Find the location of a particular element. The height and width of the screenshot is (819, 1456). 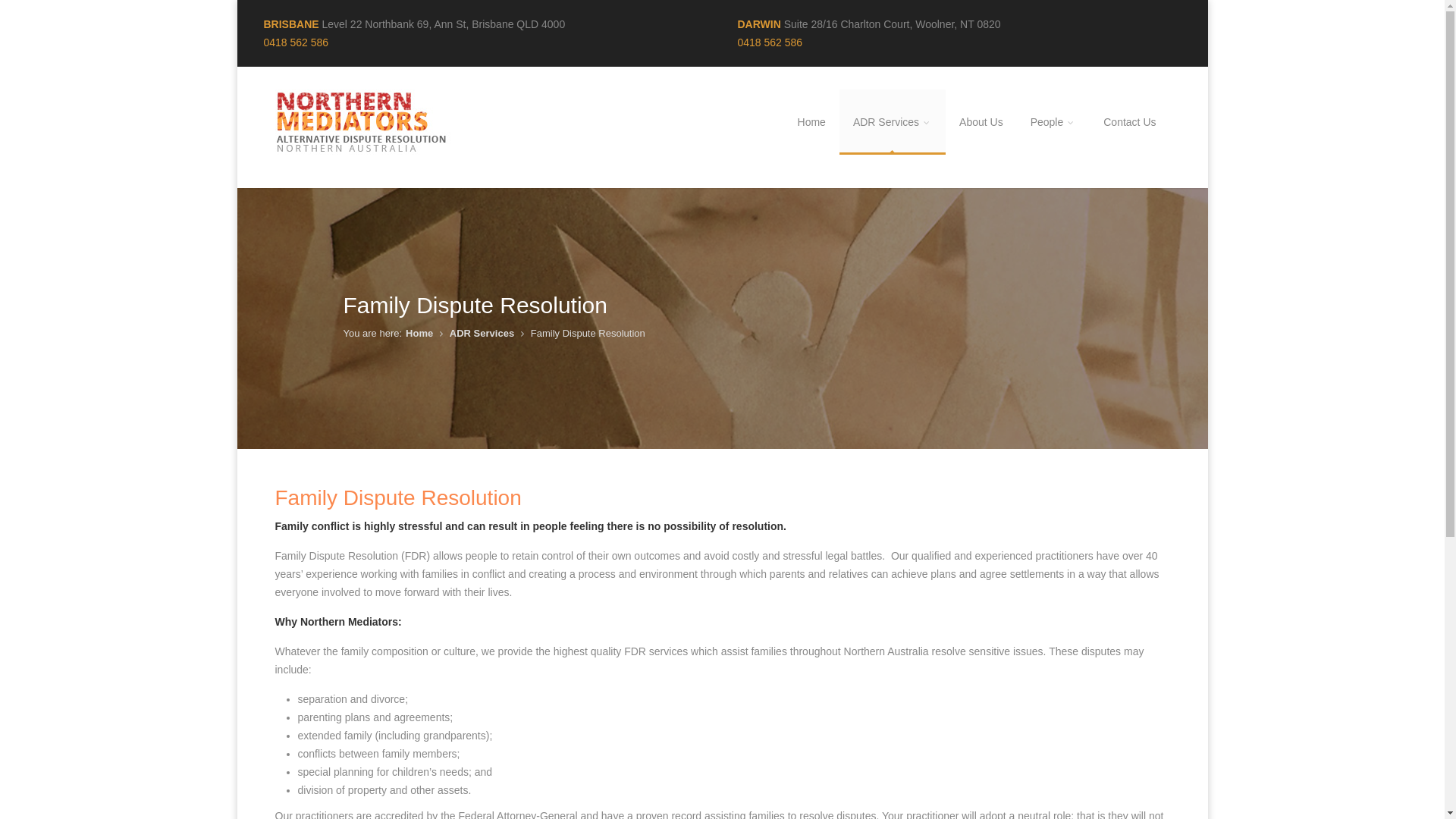

'ADR Services' is located at coordinates (892, 121).